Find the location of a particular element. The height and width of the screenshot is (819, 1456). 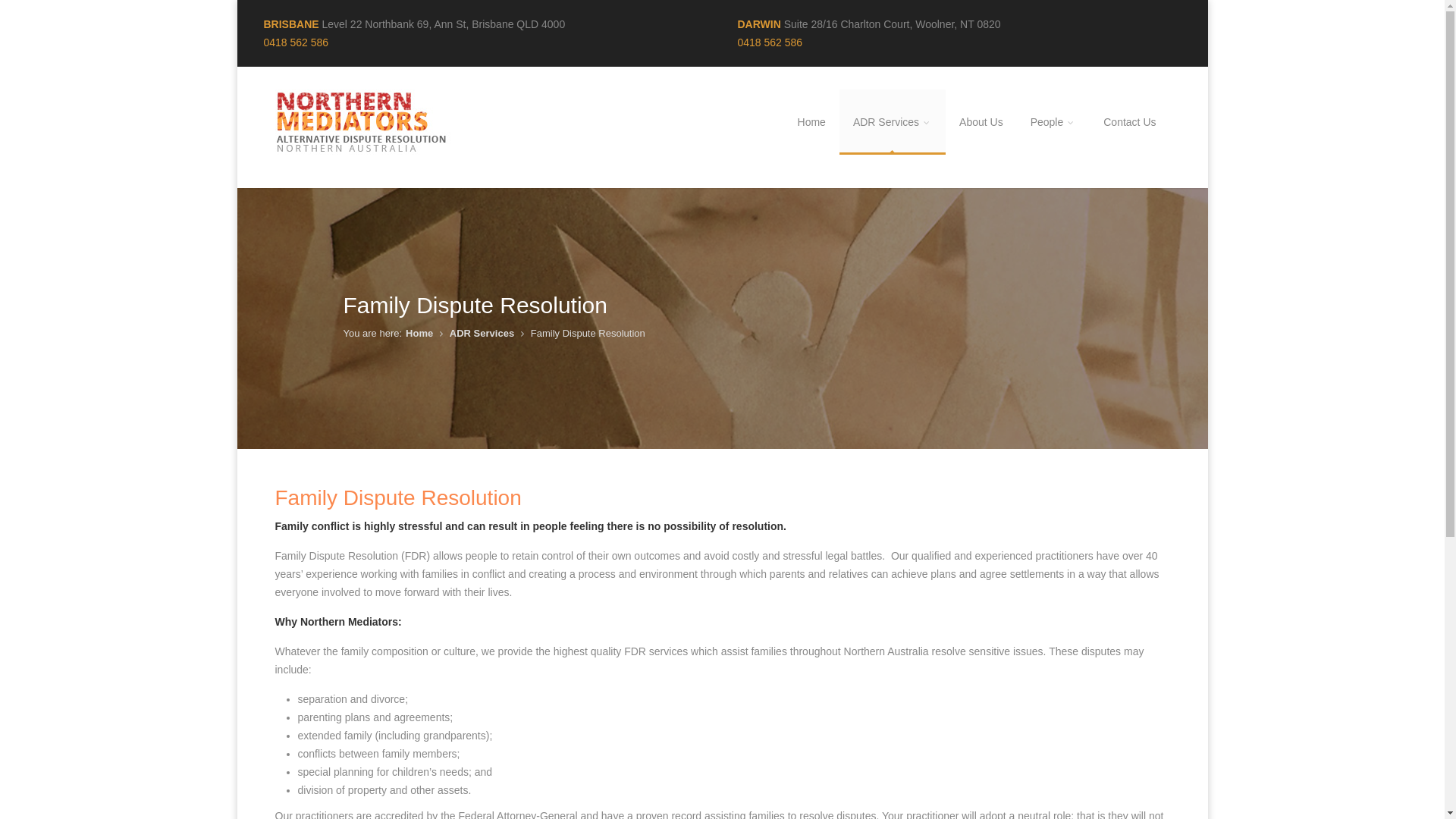

'ADR Services' is located at coordinates (892, 121).